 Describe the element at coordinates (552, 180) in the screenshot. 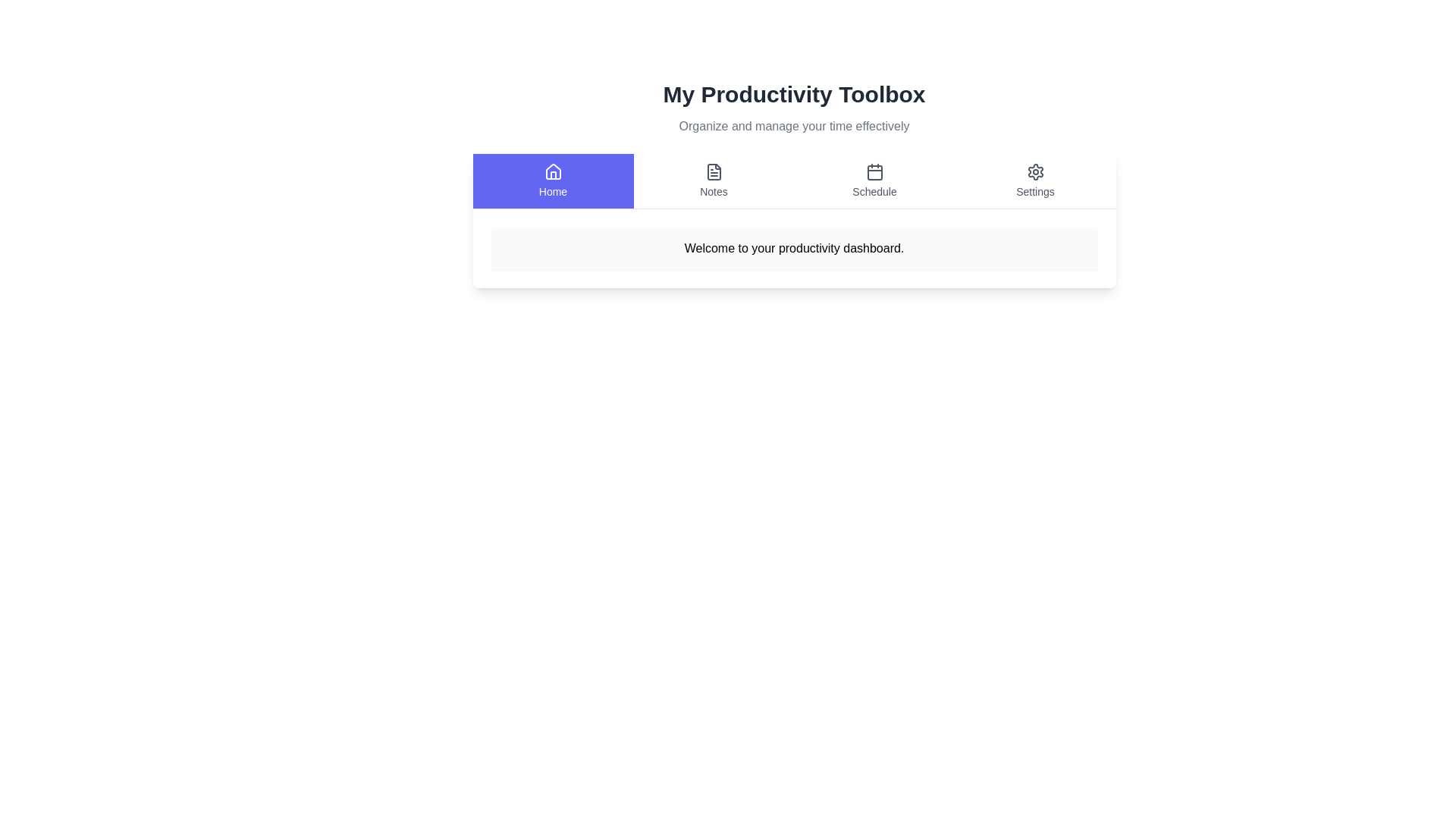

I see `the 'Home' button, which is a rectangular button with a purple background, a house icon, and the text 'Home' written below it, located in the top navigation bar as the first button from the left` at that location.